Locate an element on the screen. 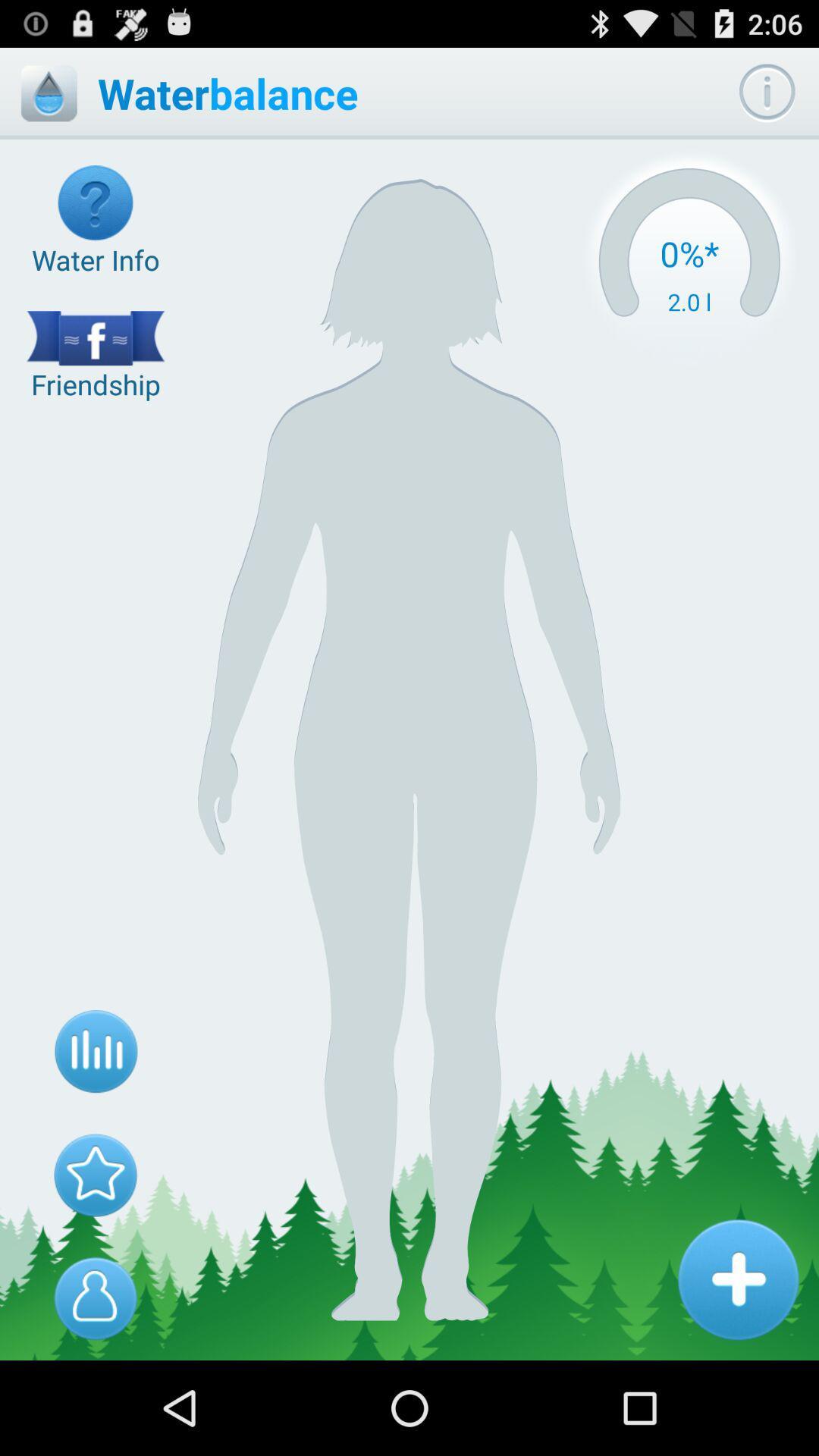 Image resolution: width=819 pixels, height=1456 pixels. information is located at coordinates (737, 1279).